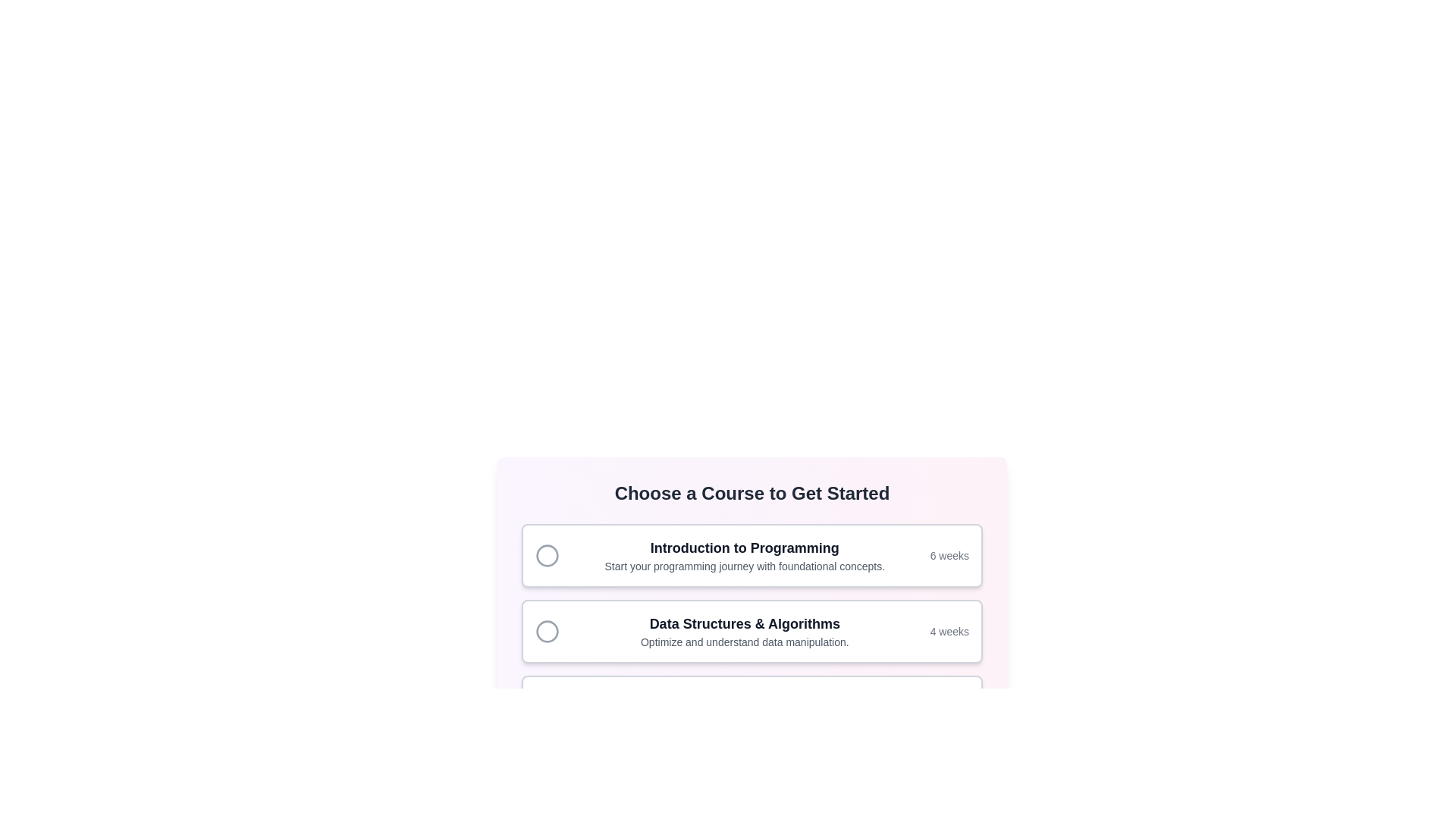  I want to click on the descriptive Text Label providing context about the 'Introduction to Programming' course, which is positioned beneath the course title, so click(745, 566).